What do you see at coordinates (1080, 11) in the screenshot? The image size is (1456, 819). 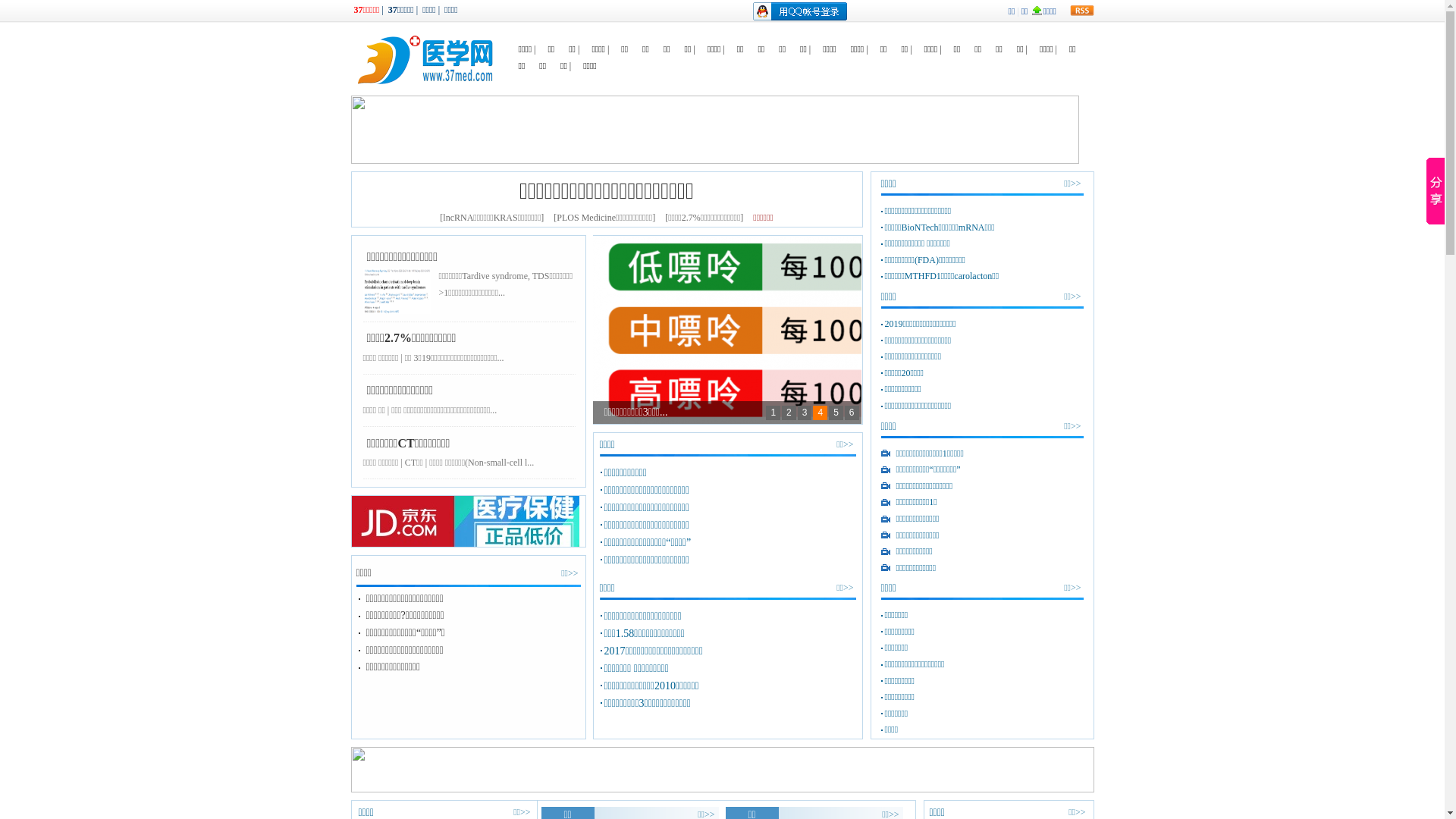 I see `'rss'` at bounding box center [1080, 11].